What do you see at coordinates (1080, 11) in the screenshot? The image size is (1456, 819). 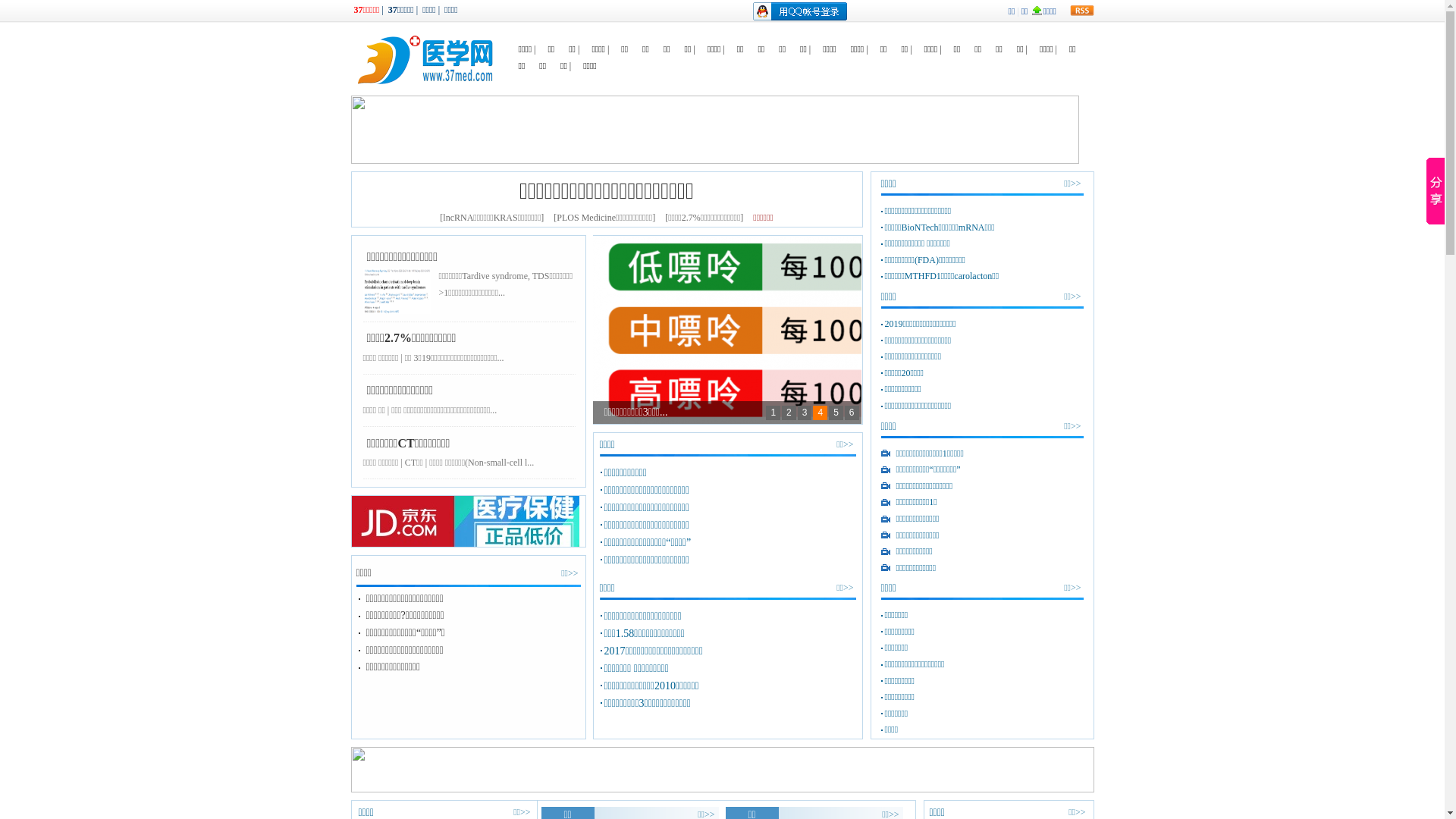 I see `'rss'` at bounding box center [1080, 11].